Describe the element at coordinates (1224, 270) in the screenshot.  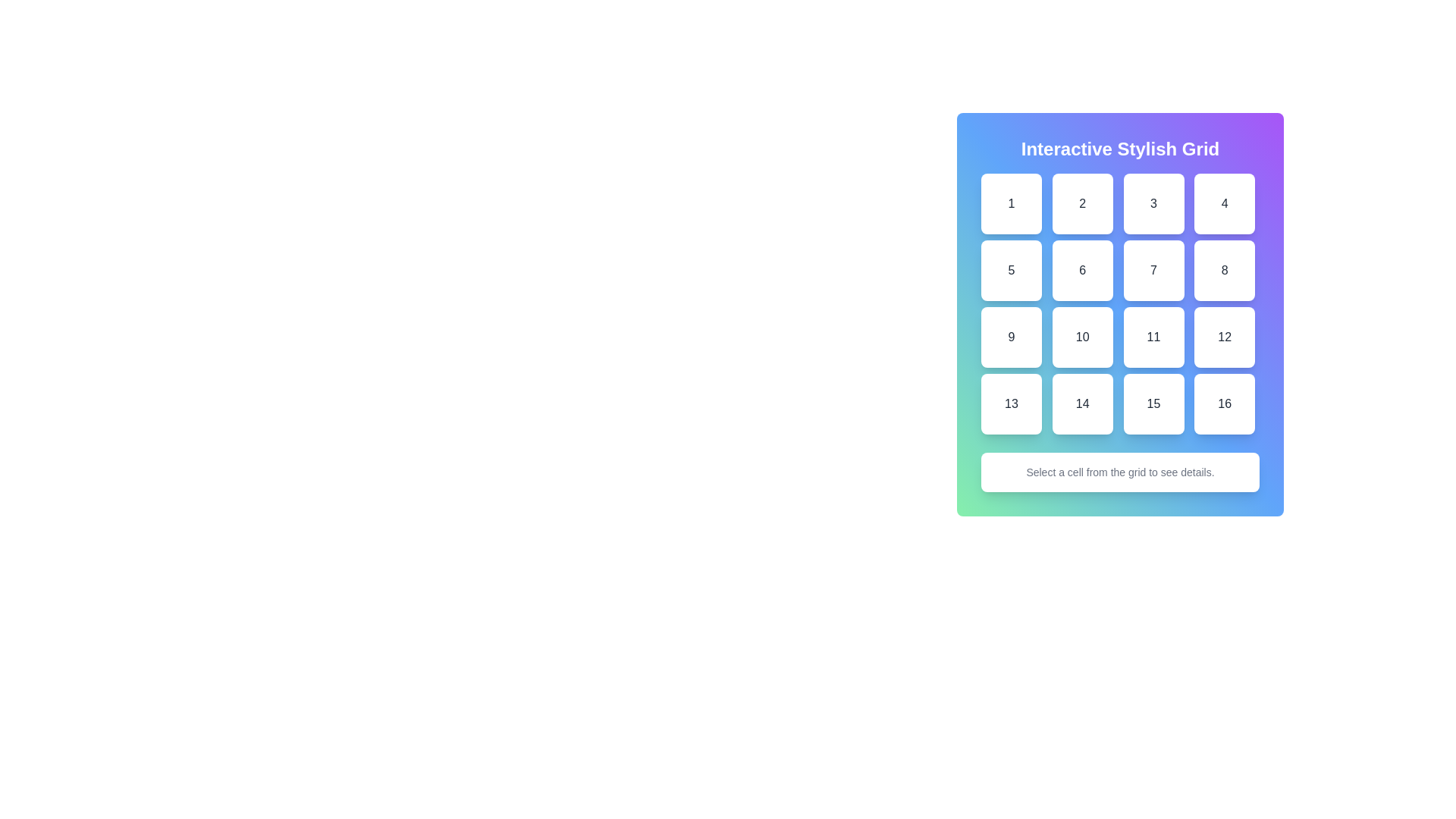
I see `the grid cell button labeled '8' located` at that location.